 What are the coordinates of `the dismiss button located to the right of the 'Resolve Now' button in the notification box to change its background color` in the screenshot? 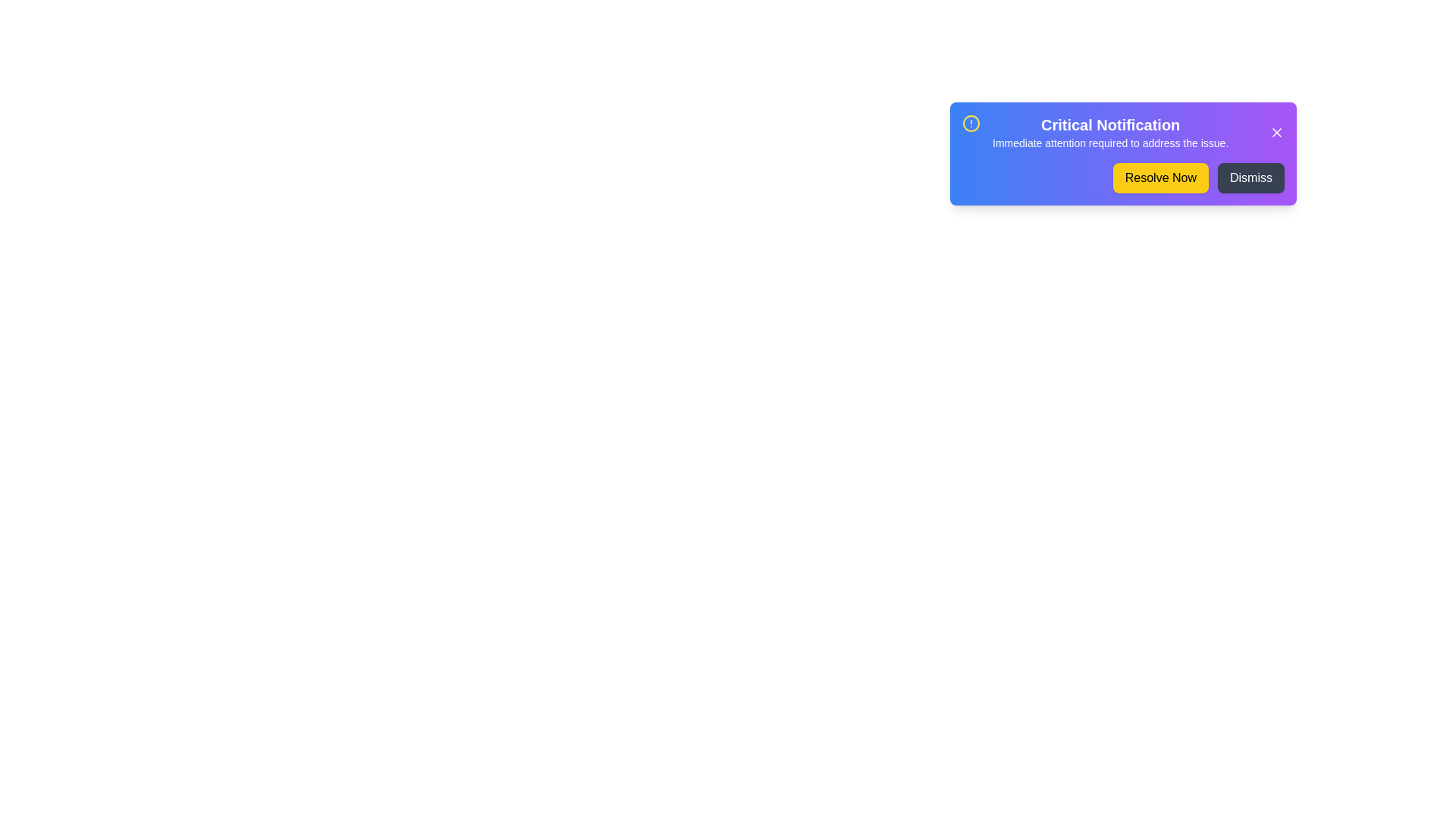 It's located at (1251, 177).